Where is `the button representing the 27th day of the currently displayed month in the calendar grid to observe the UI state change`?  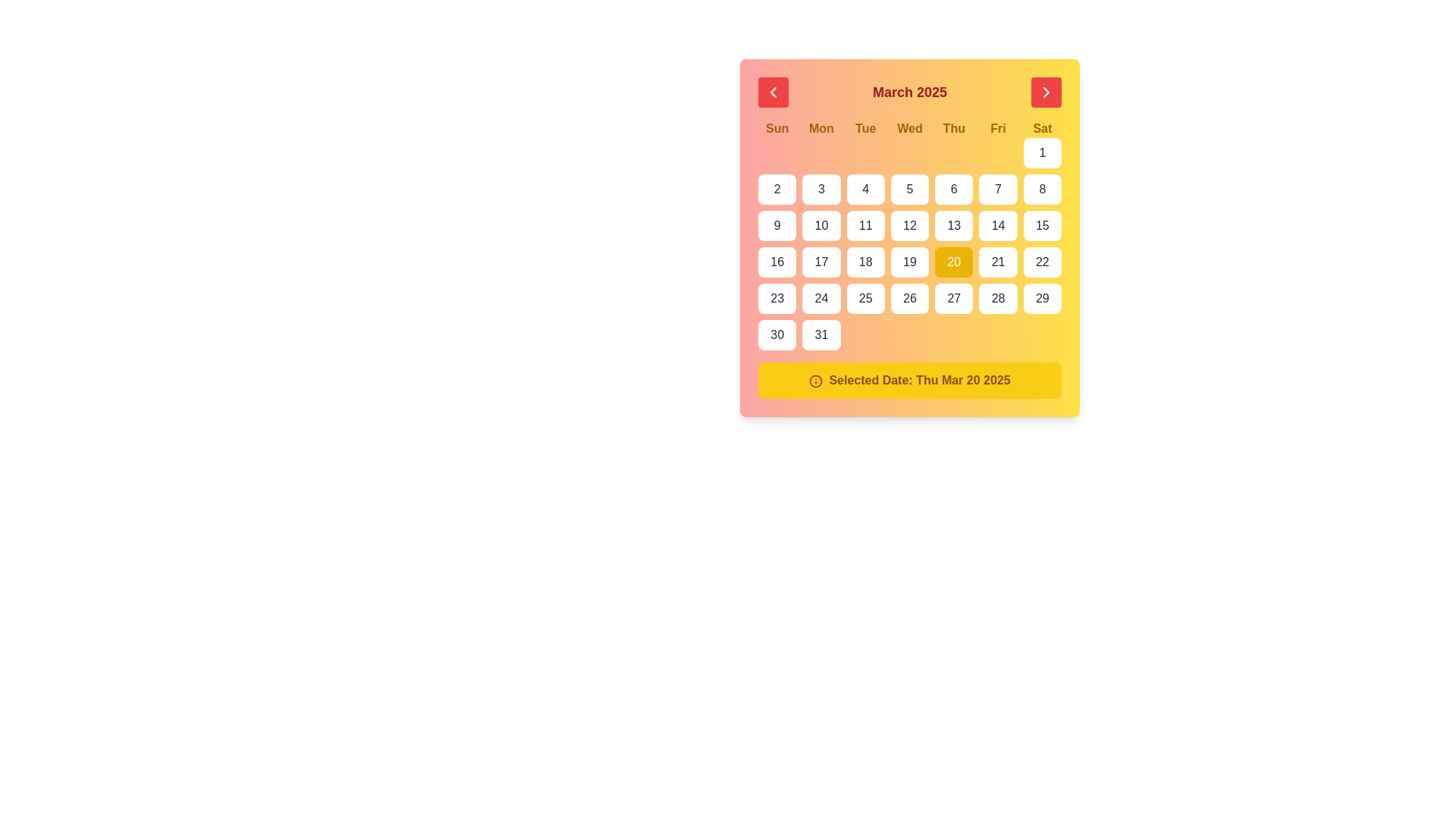 the button representing the 27th day of the currently displayed month in the calendar grid to observe the UI state change is located at coordinates (953, 298).